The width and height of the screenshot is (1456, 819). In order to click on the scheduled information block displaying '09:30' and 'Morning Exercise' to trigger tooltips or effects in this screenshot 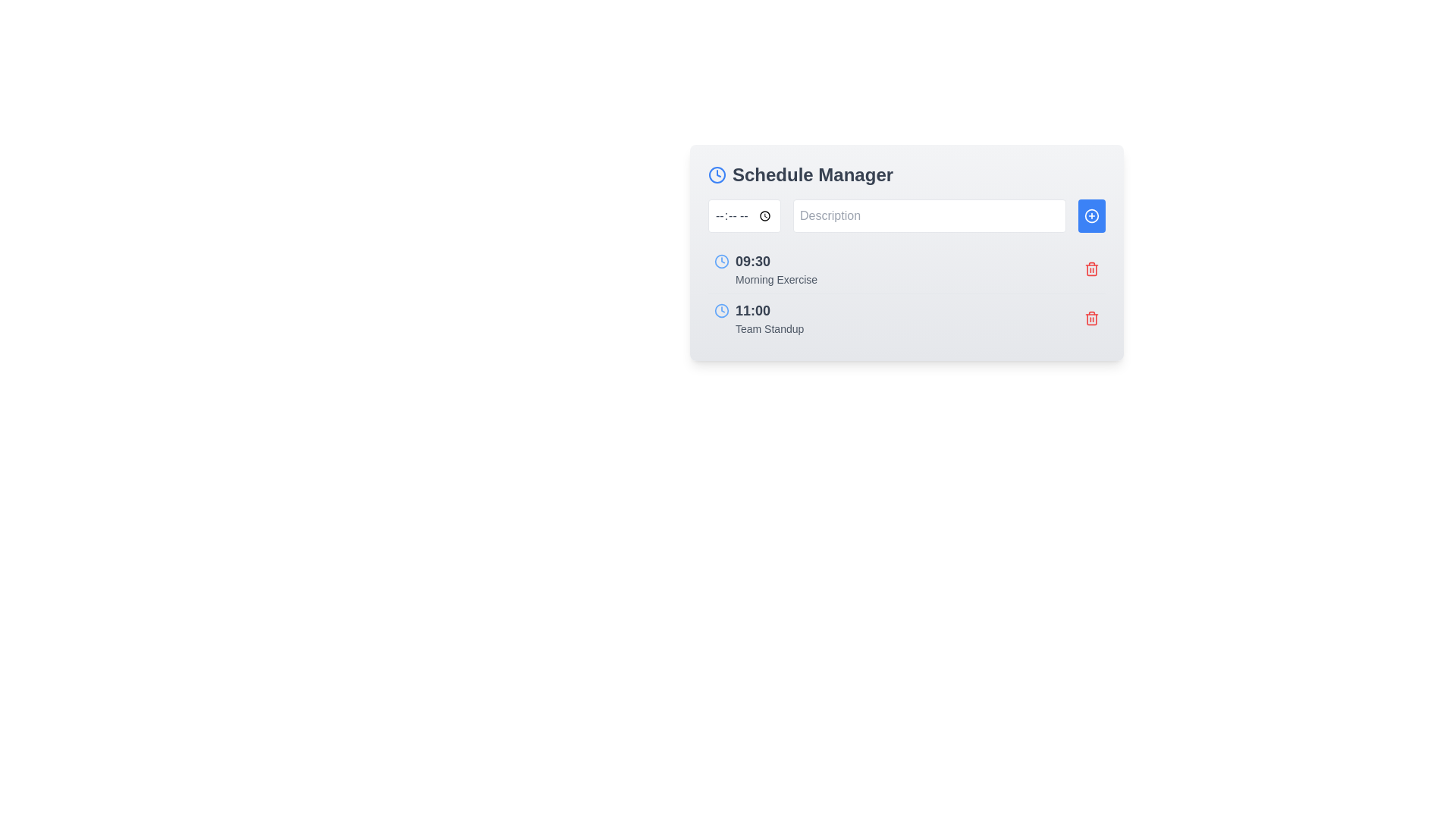, I will do `click(906, 268)`.